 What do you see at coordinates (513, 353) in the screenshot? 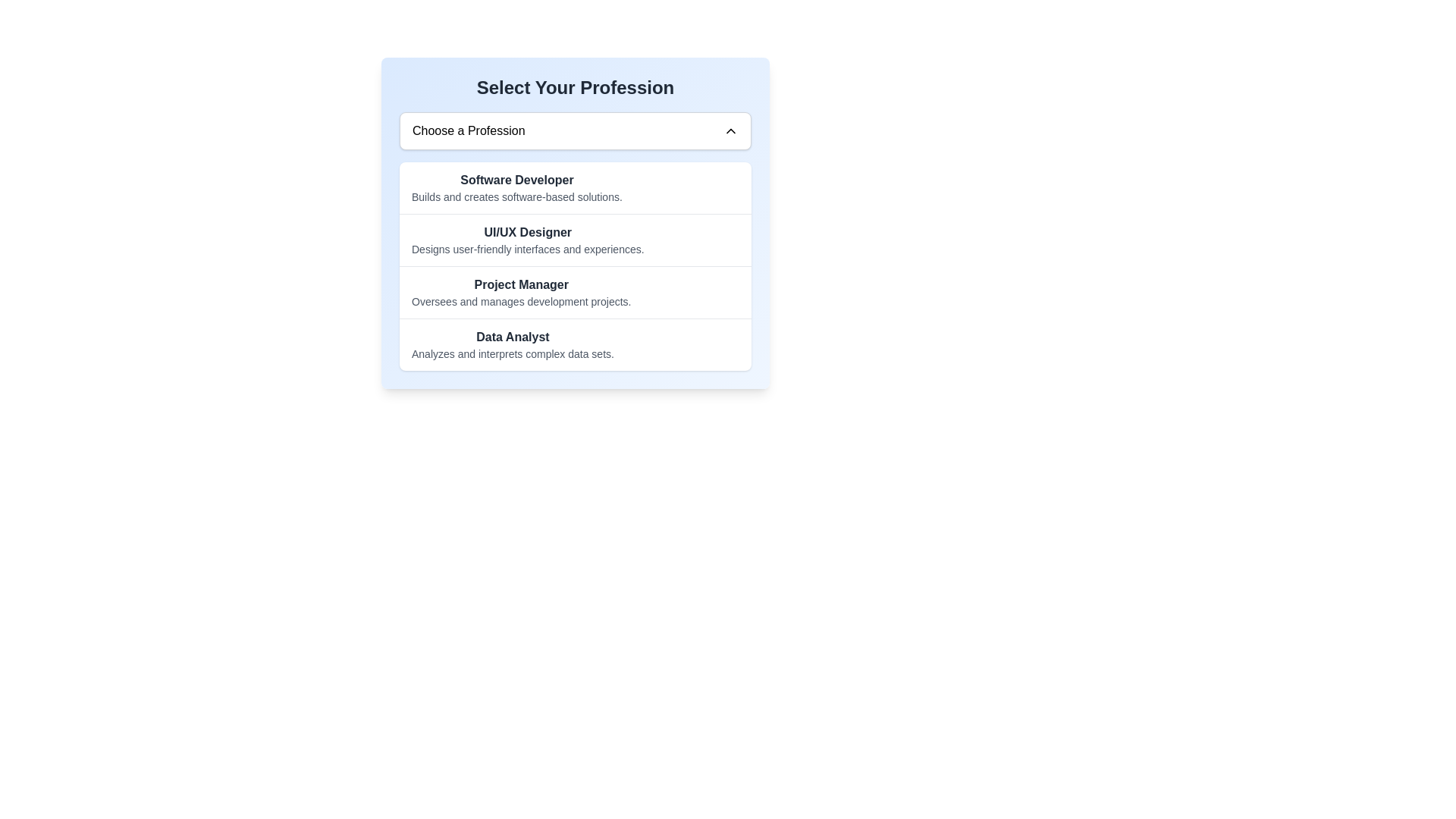
I see `the text label displaying 'Analyzes and interprets complex data sets.' which is located below the 'Data Analyst' title in a list of professions` at bounding box center [513, 353].